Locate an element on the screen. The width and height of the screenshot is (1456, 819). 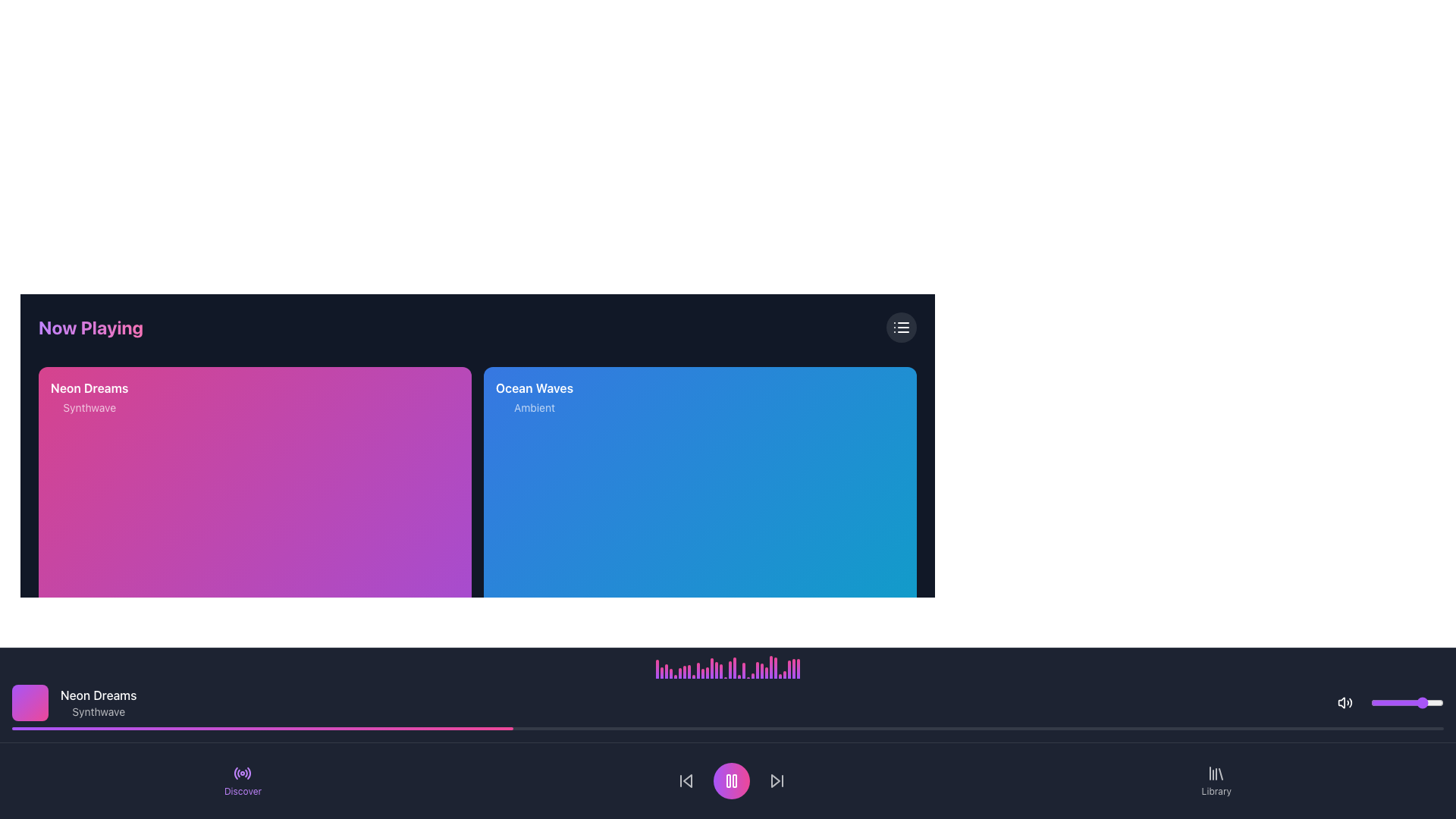
the slider is located at coordinates (1388, 702).